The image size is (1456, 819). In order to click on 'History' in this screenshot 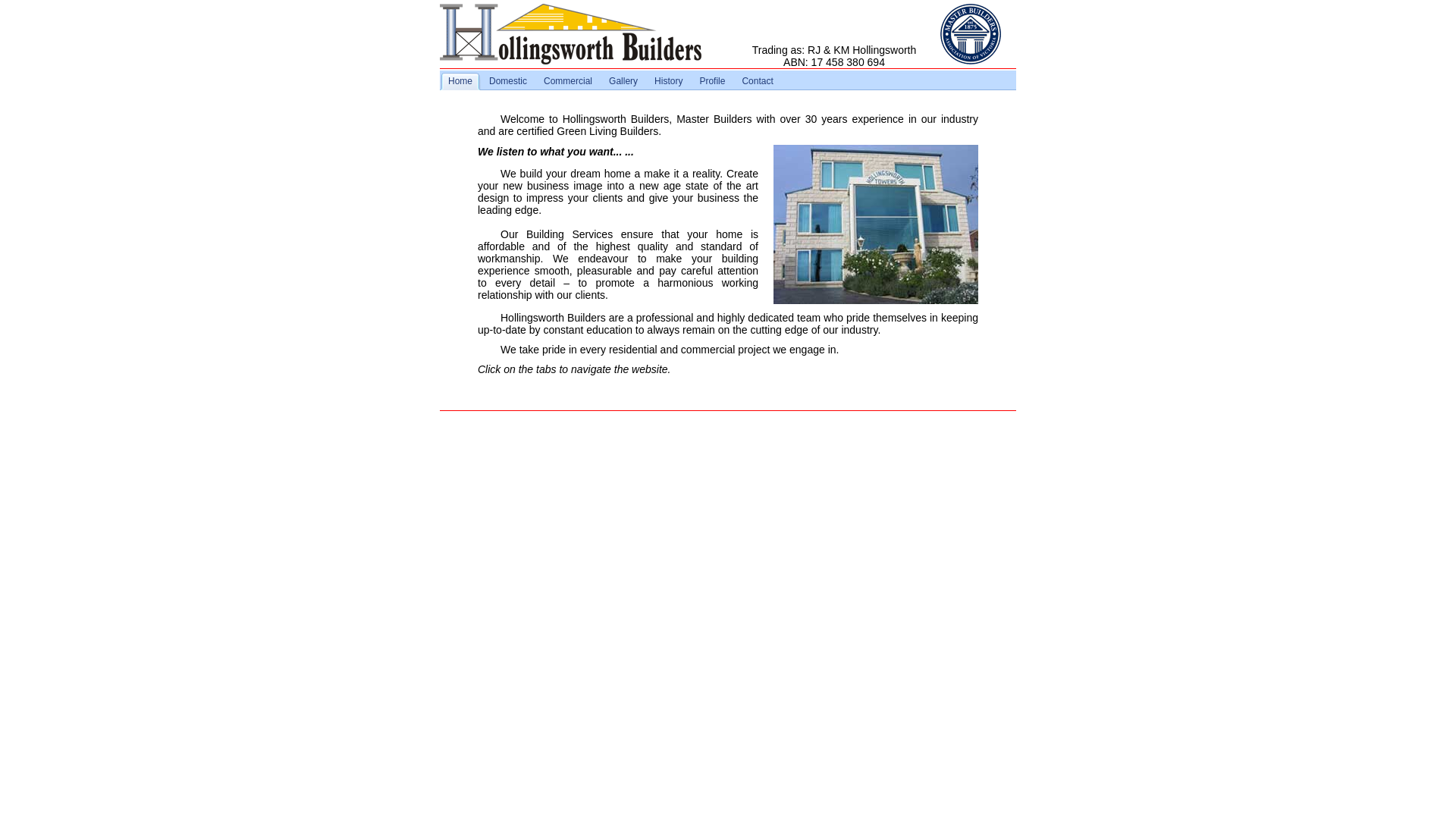, I will do `click(667, 81)`.